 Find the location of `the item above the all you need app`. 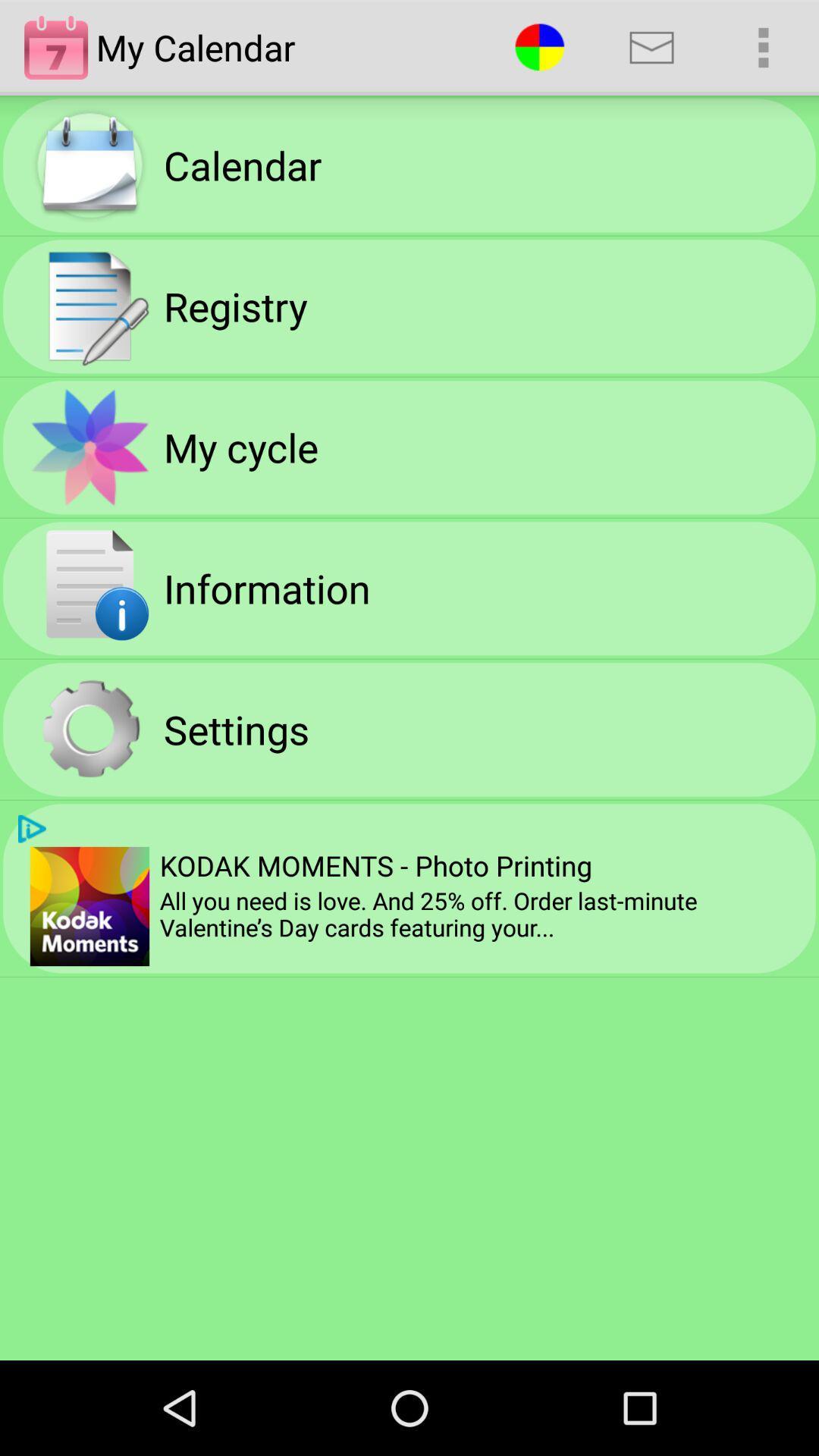

the item above the all you need app is located at coordinates (763, 47).